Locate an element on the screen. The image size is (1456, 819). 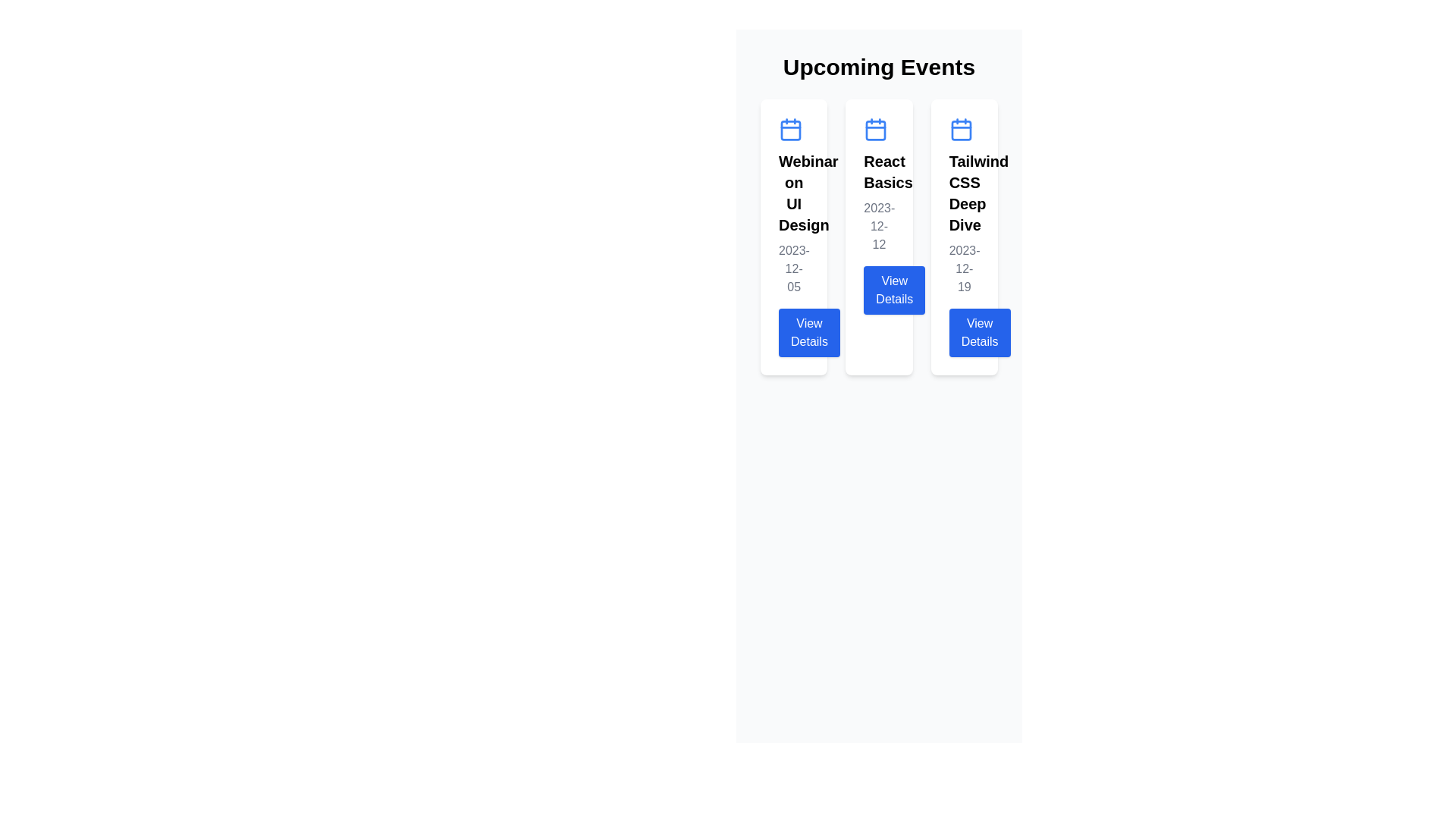
the calendar icon at the top center of the 'Tailwind CSS Deep Dive' event information card is located at coordinates (960, 128).